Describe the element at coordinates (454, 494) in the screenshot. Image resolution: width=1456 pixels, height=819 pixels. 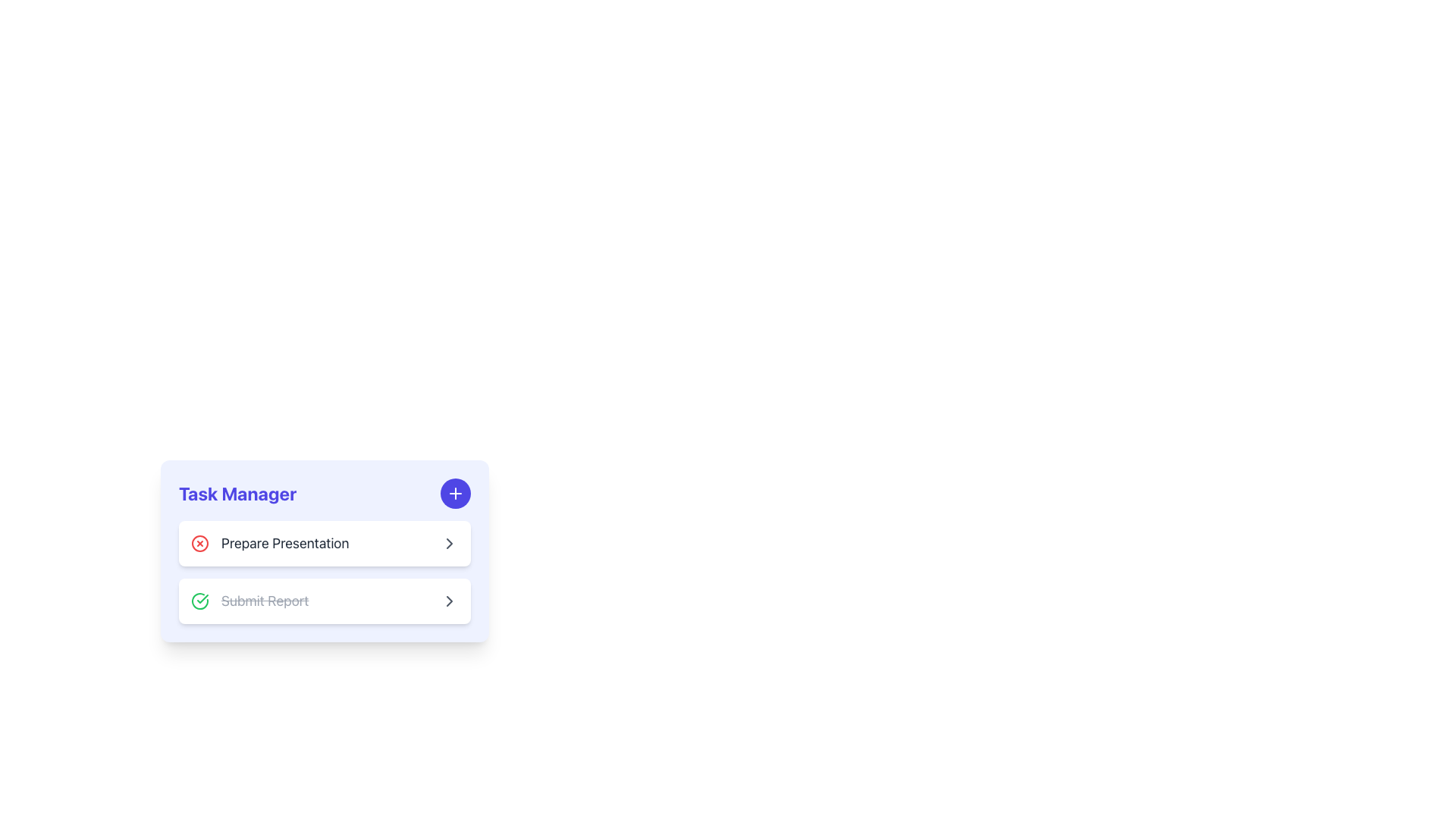
I see `the '+' icon button with a deep blue background located in the top-right corner of the 'Task Manager' panel` at that location.